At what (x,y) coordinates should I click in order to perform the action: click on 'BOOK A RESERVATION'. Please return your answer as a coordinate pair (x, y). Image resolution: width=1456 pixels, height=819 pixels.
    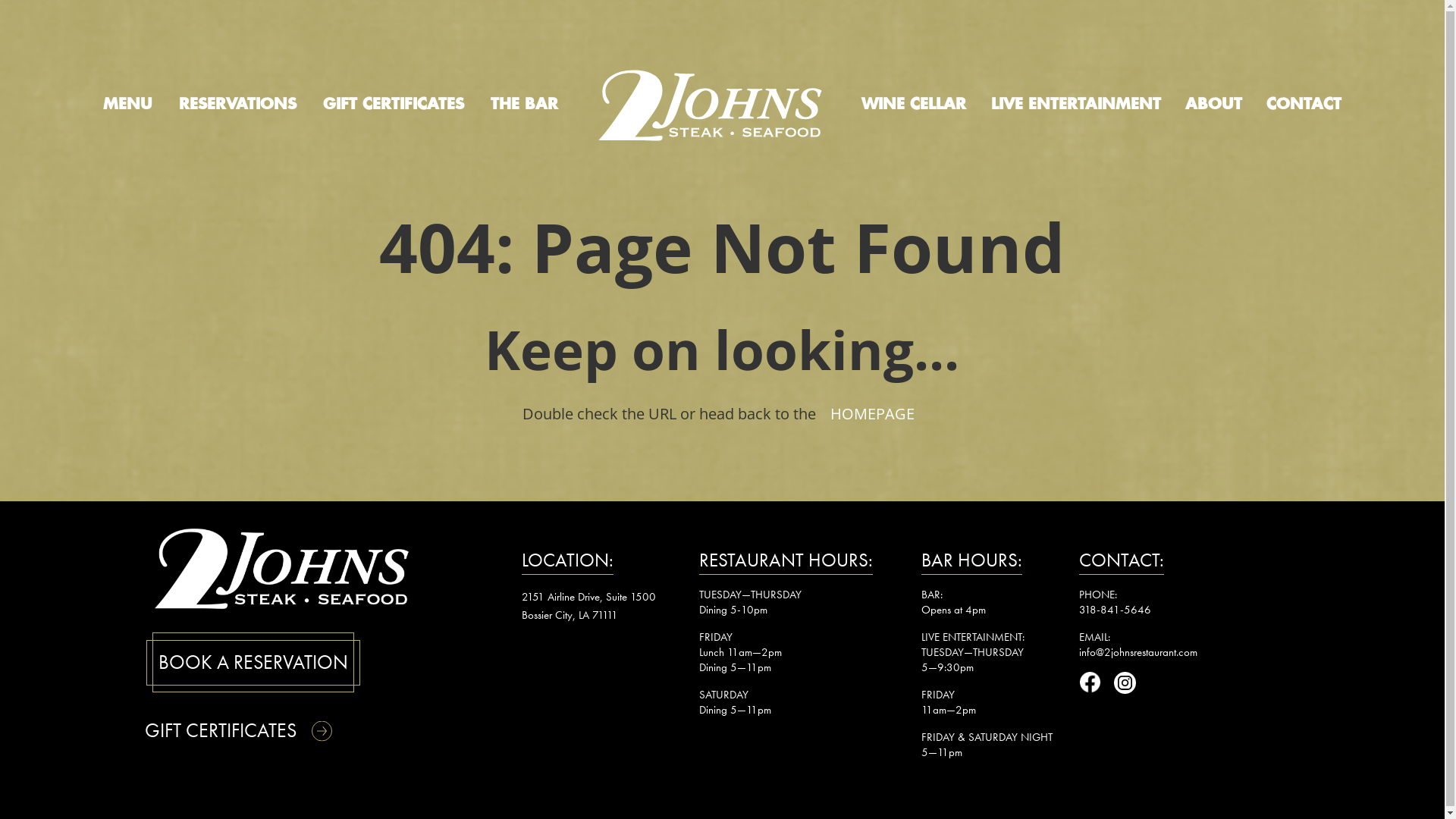
    Looking at the image, I should click on (253, 661).